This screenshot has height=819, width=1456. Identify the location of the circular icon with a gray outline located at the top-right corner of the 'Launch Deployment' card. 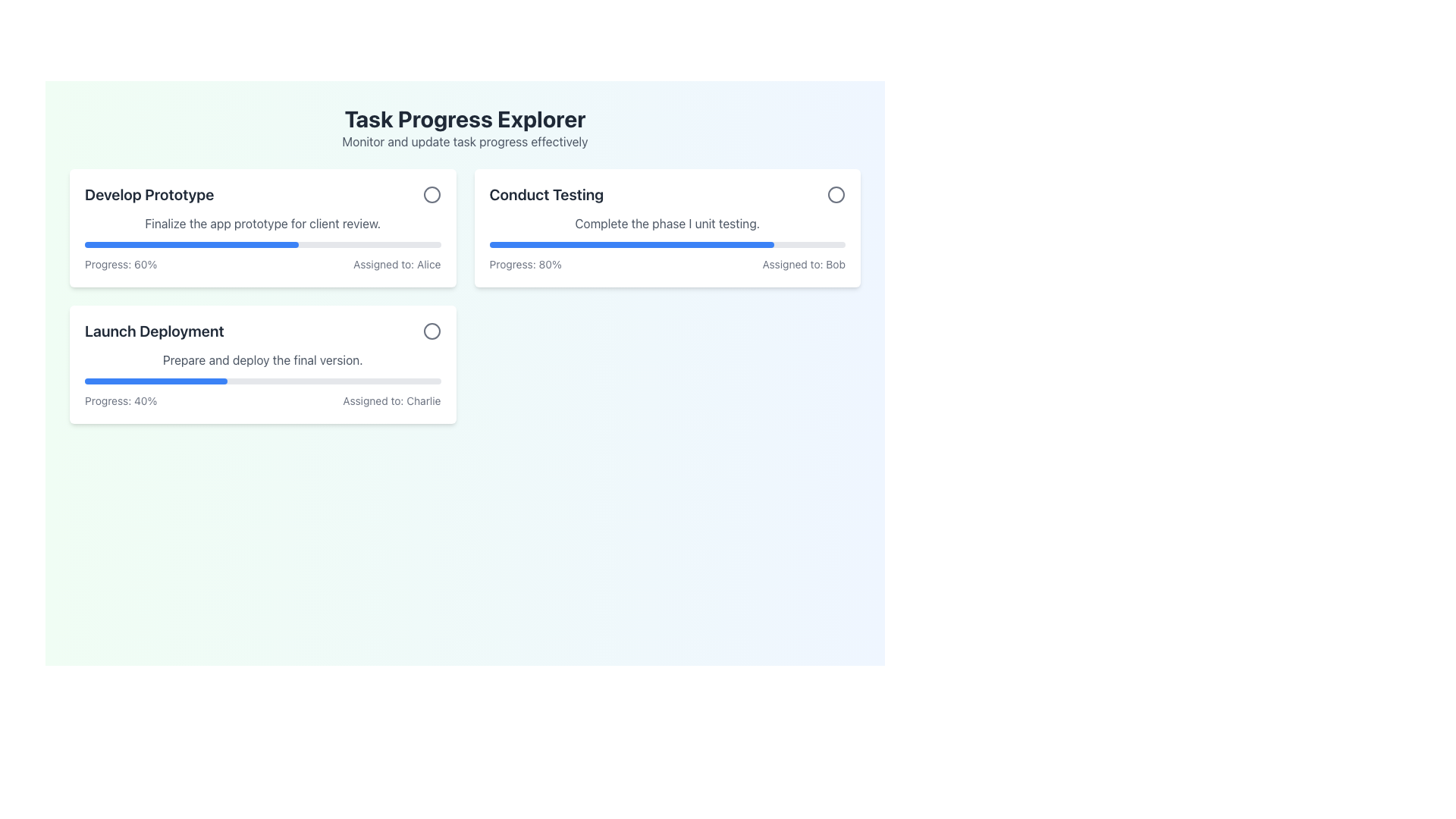
(431, 330).